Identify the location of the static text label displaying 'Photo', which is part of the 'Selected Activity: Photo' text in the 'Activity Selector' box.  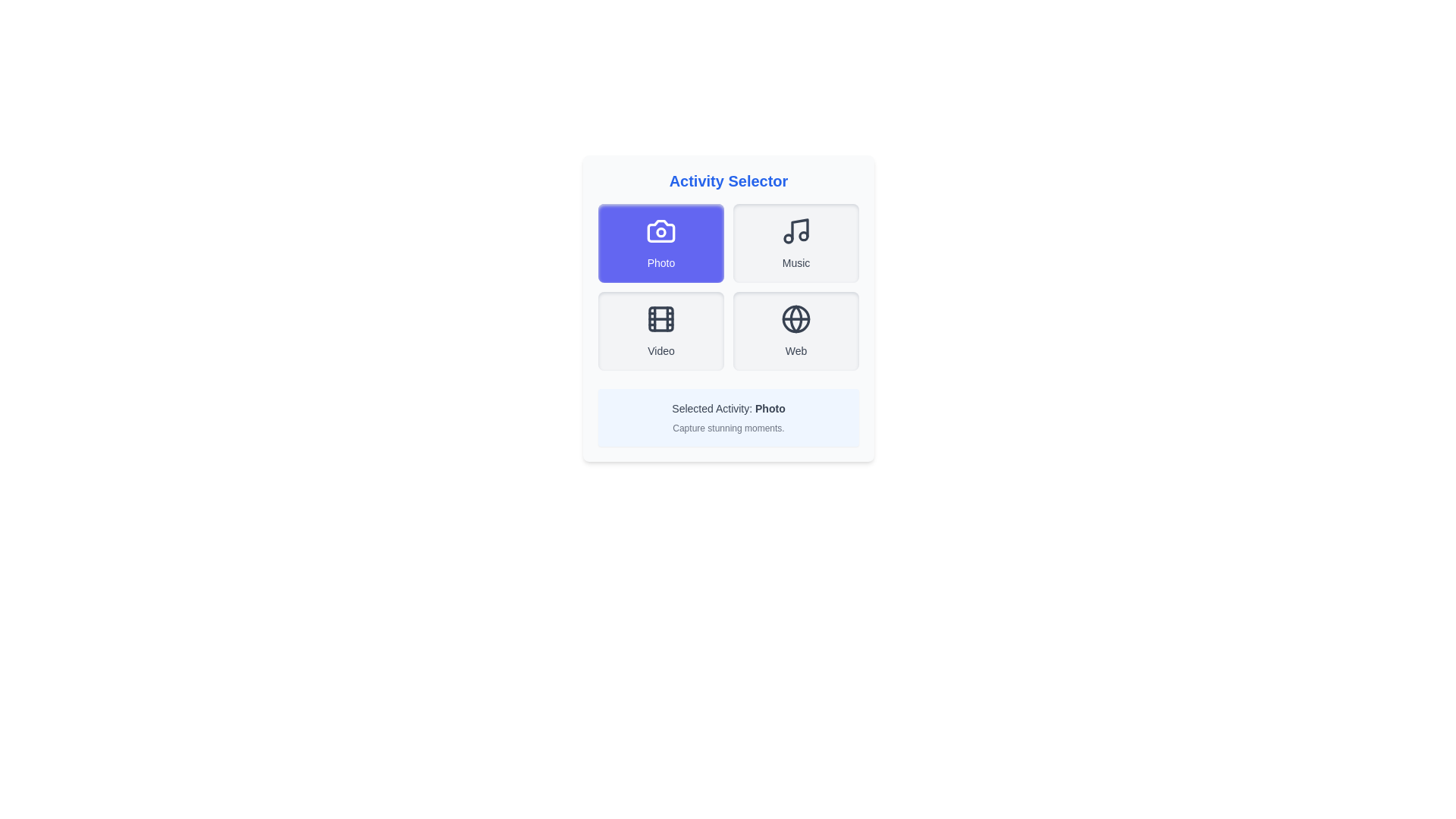
(770, 408).